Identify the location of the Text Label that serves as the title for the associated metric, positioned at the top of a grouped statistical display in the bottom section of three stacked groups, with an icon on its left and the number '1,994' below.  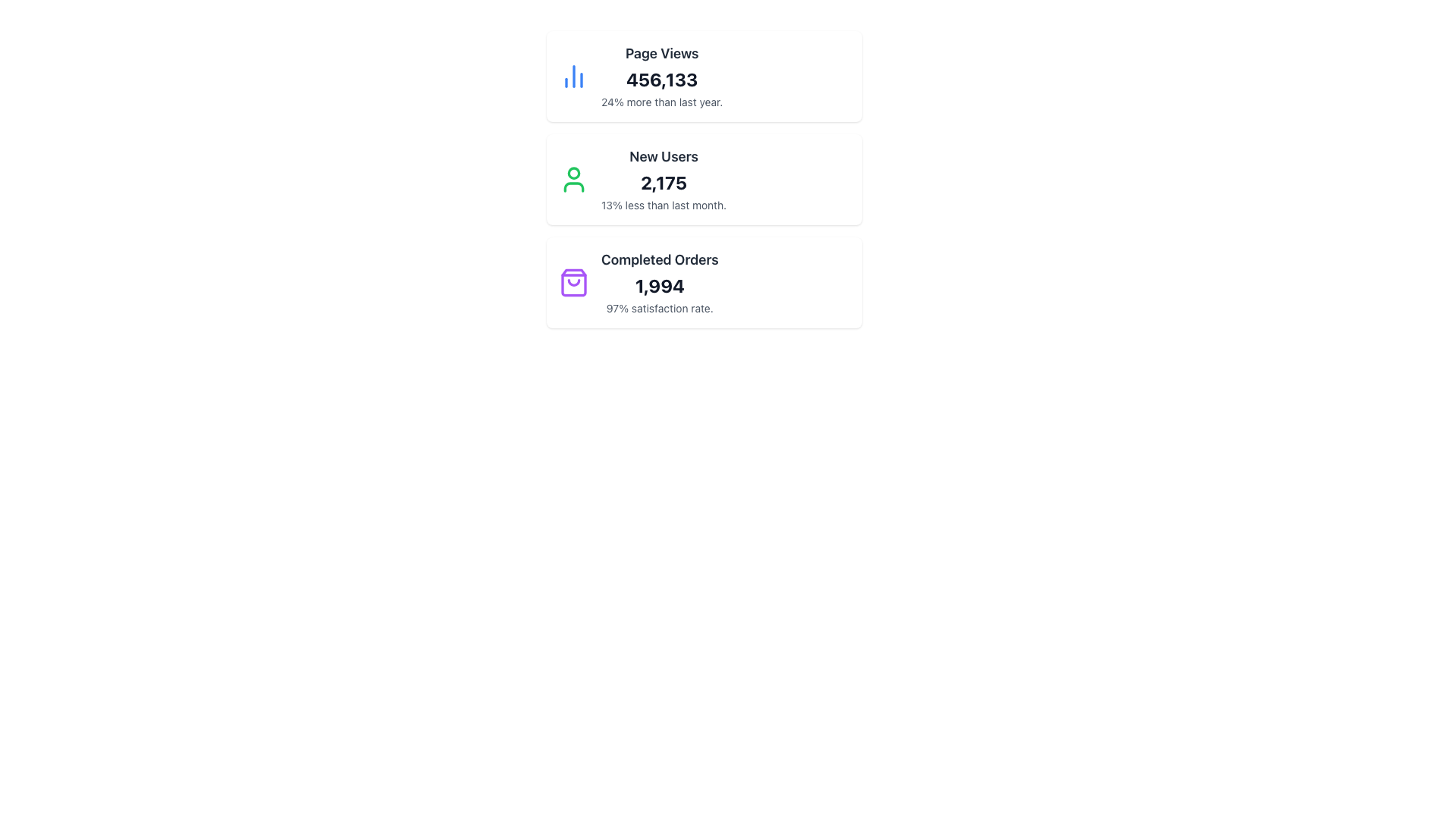
(660, 259).